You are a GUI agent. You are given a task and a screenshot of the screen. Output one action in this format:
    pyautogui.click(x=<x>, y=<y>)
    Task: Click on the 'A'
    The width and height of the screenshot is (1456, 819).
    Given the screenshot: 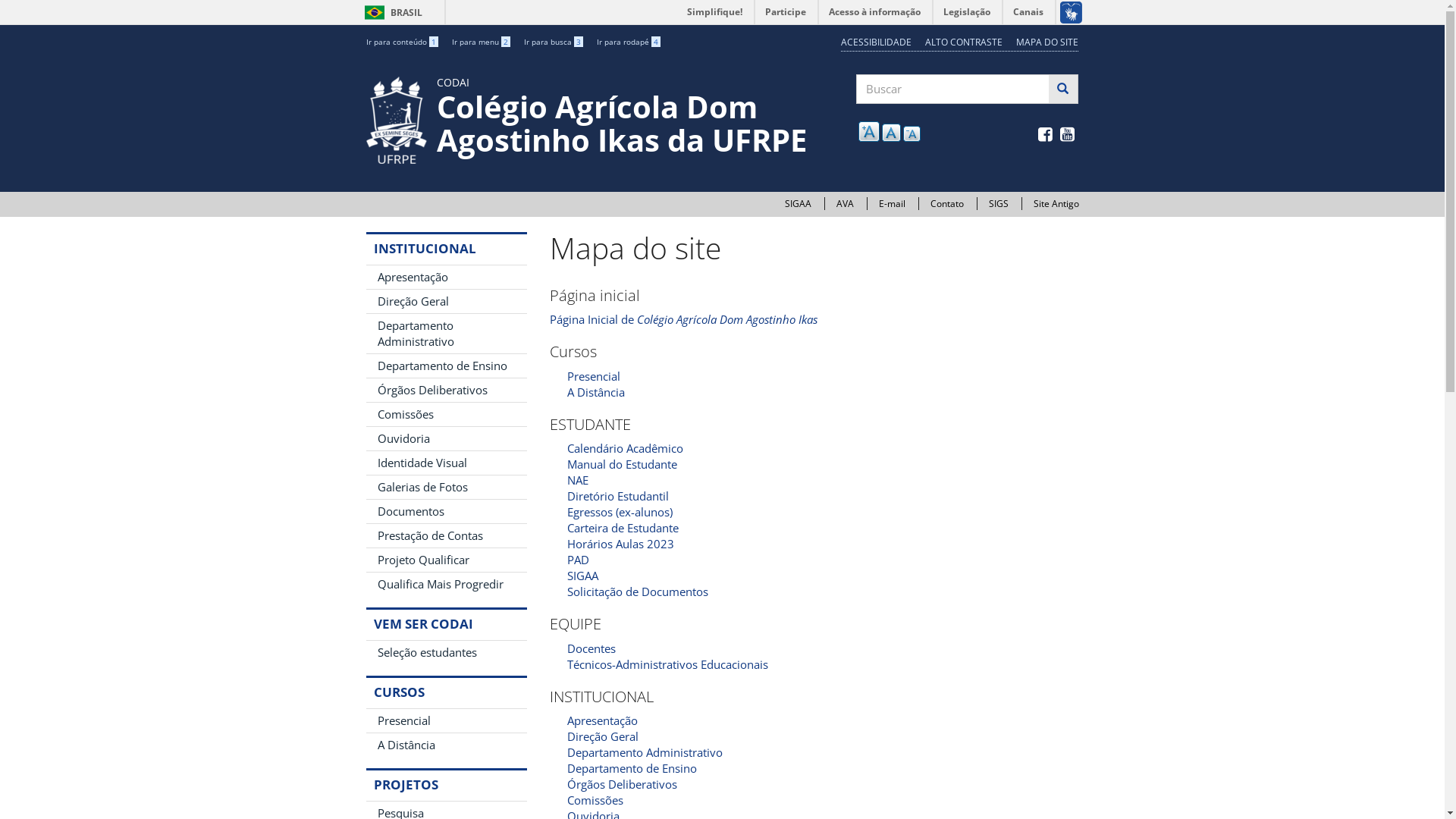 What is the action you would take?
    pyautogui.click(x=891, y=131)
    